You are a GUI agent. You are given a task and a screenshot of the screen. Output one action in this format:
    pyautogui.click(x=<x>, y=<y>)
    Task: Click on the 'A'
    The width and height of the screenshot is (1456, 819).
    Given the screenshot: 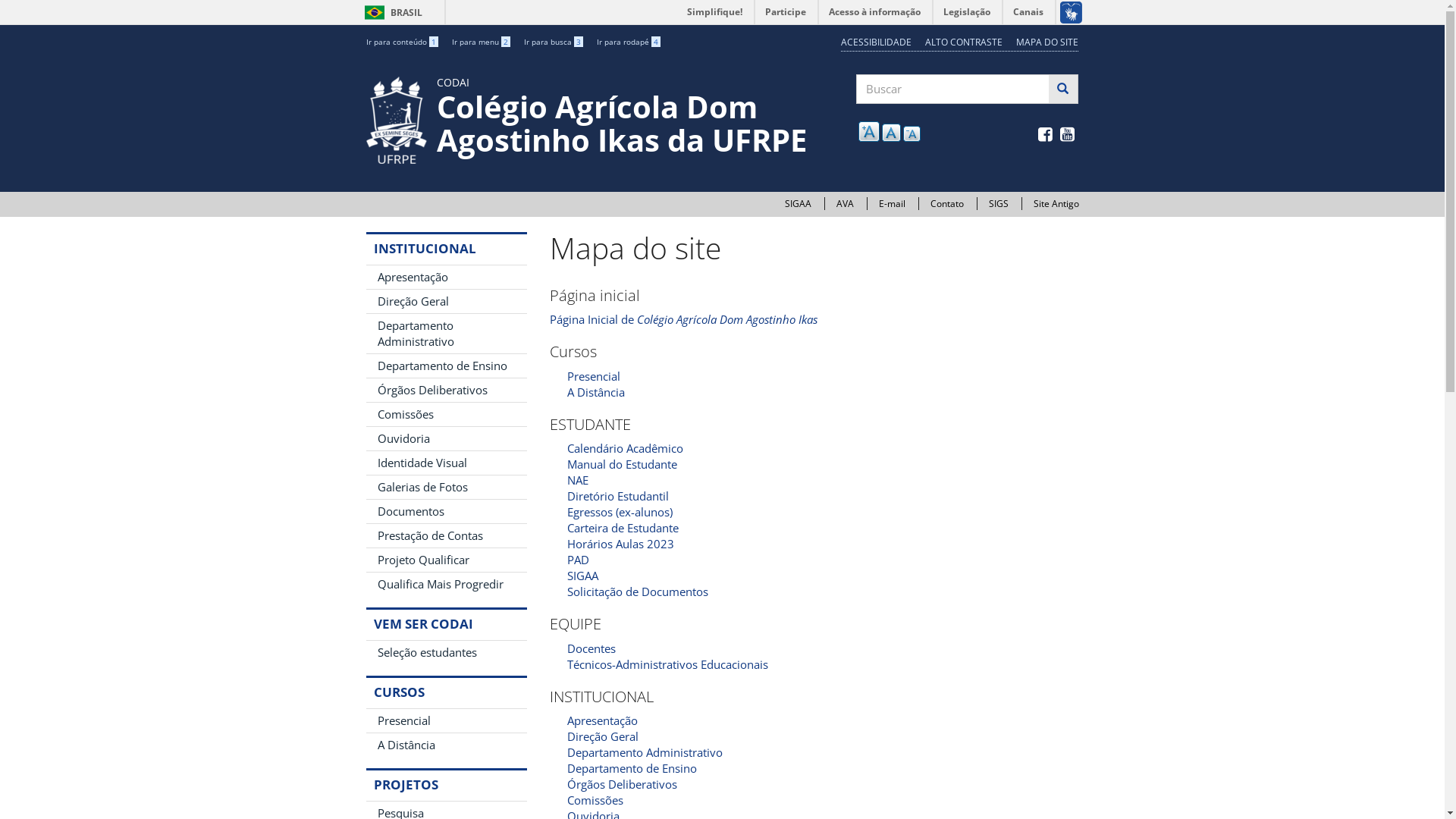 What is the action you would take?
    pyautogui.click(x=891, y=131)
    